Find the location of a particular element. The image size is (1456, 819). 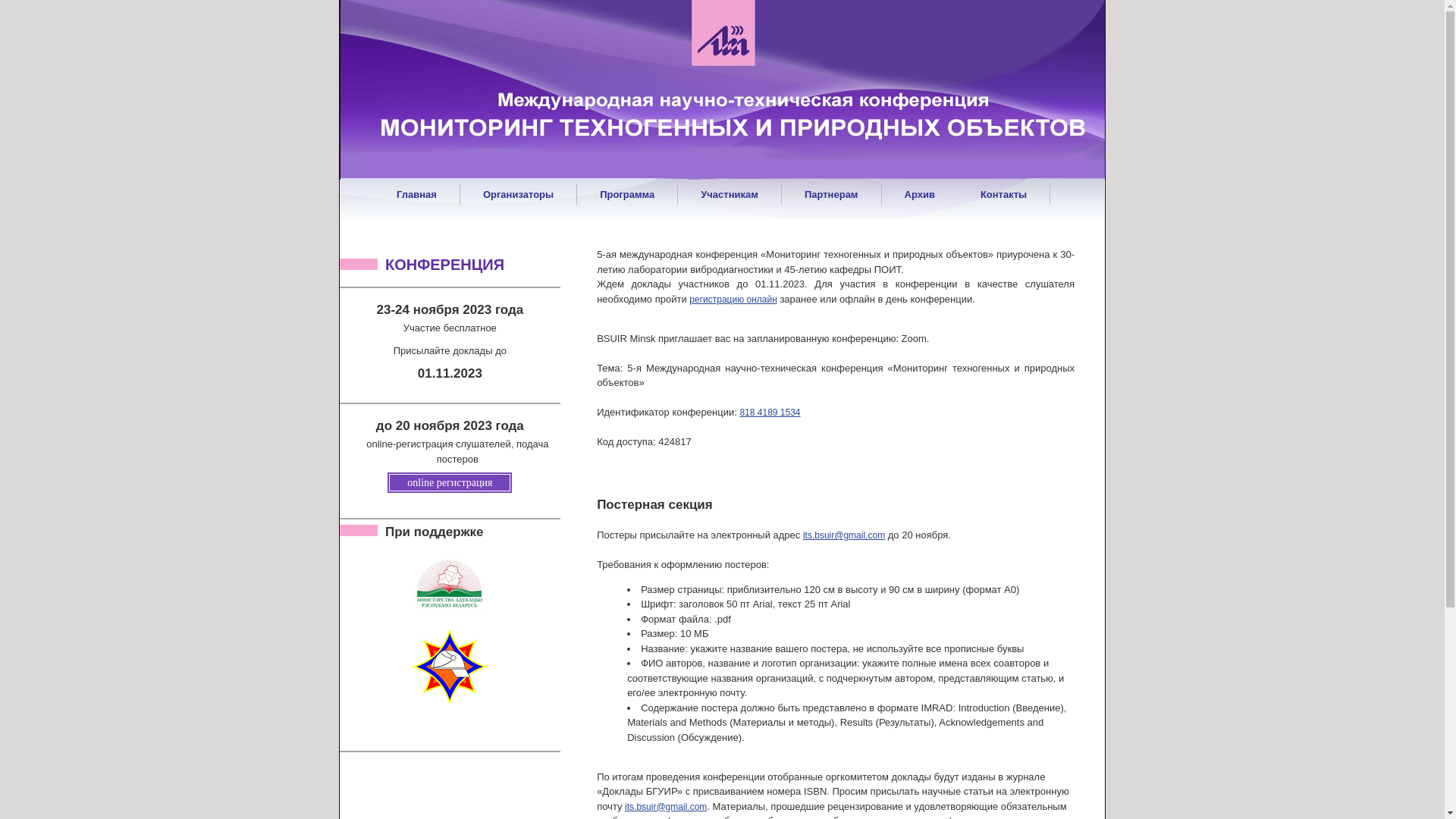

'its.bsuir@gmail.com' is located at coordinates (843, 534).